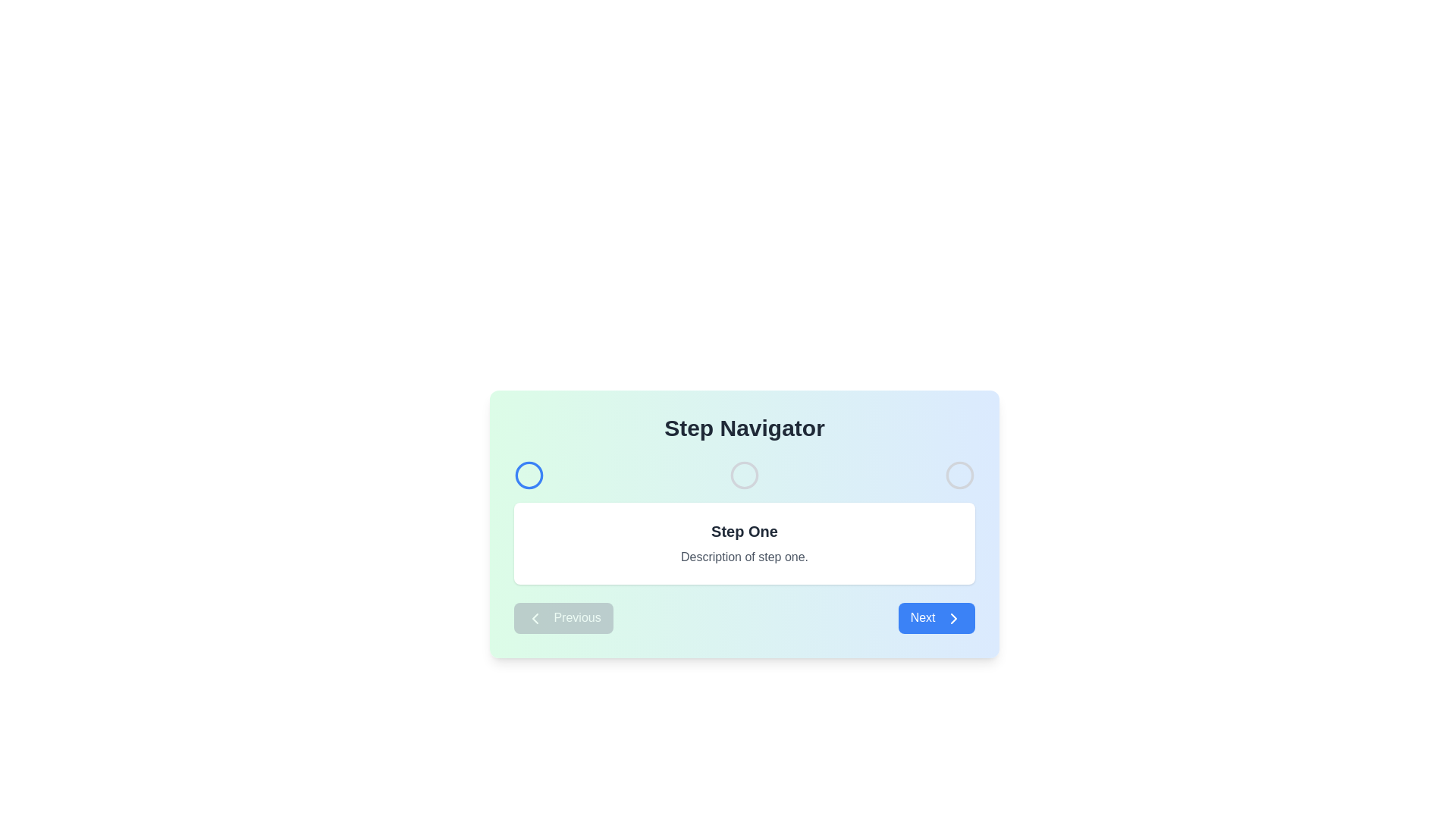 The height and width of the screenshot is (819, 1456). Describe the element at coordinates (529, 475) in the screenshot. I see `the status of the first circular step indicator in the Step Navigator widget, which visually represents the current step in a multi-step process` at that location.